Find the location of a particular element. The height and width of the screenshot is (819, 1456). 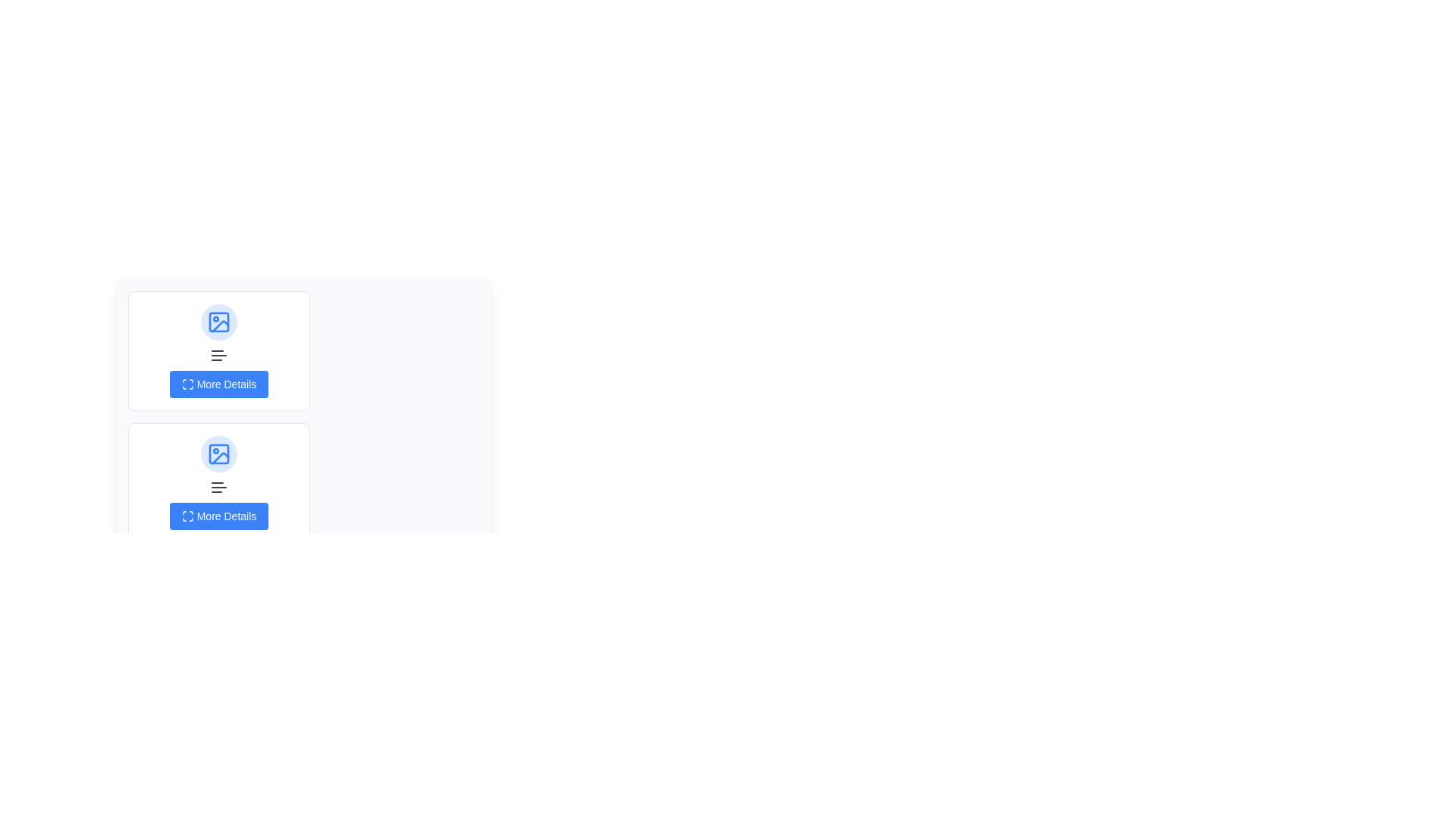

the icon representing text or label in the lower card, located below the circular image and above the 'More Details' button is located at coordinates (218, 488).